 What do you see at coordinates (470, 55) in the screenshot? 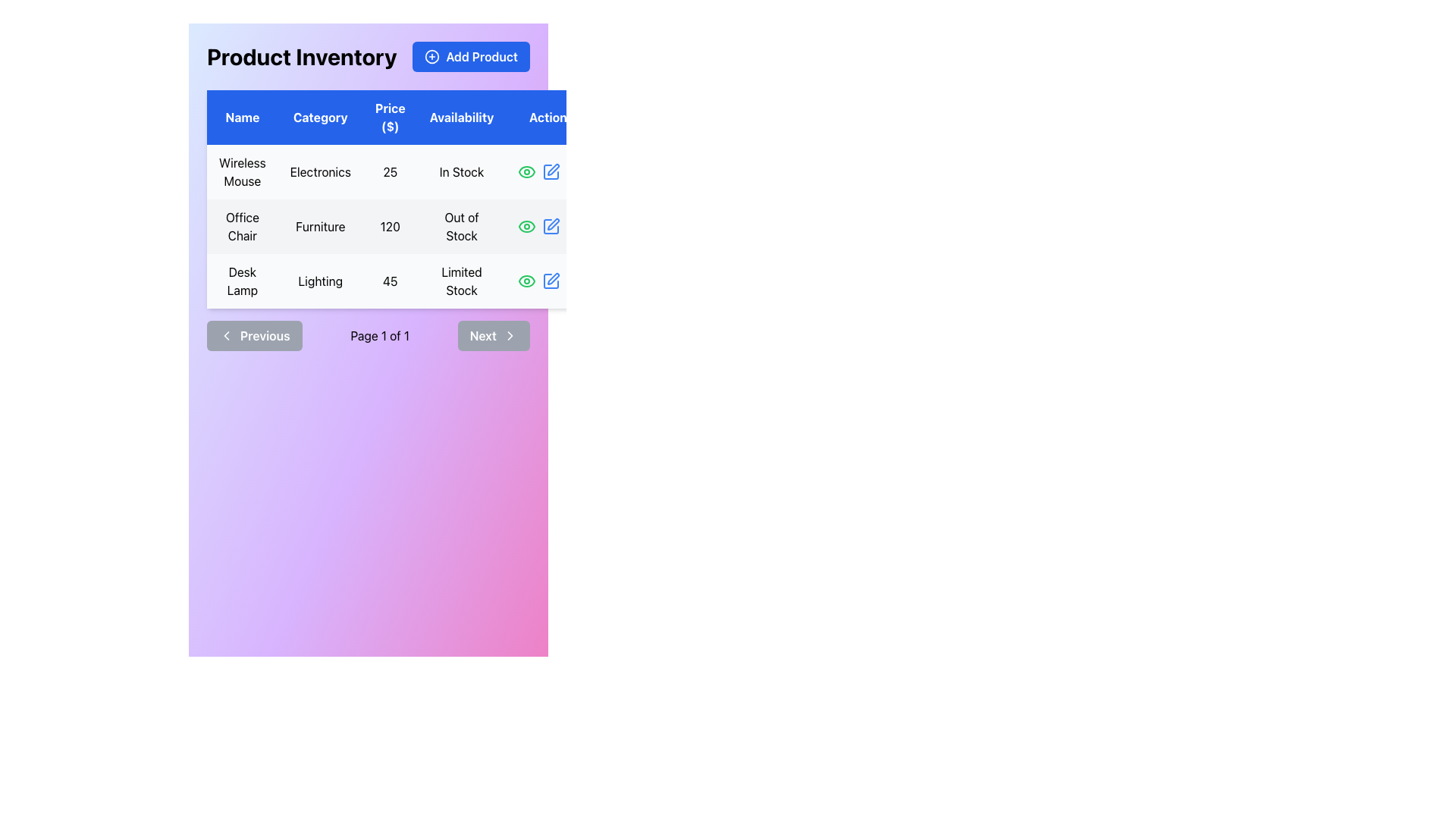
I see `the blue 'Add Product' button with white text and a circular plus icon, located next to the 'Product Inventory' heading` at bounding box center [470, 55].